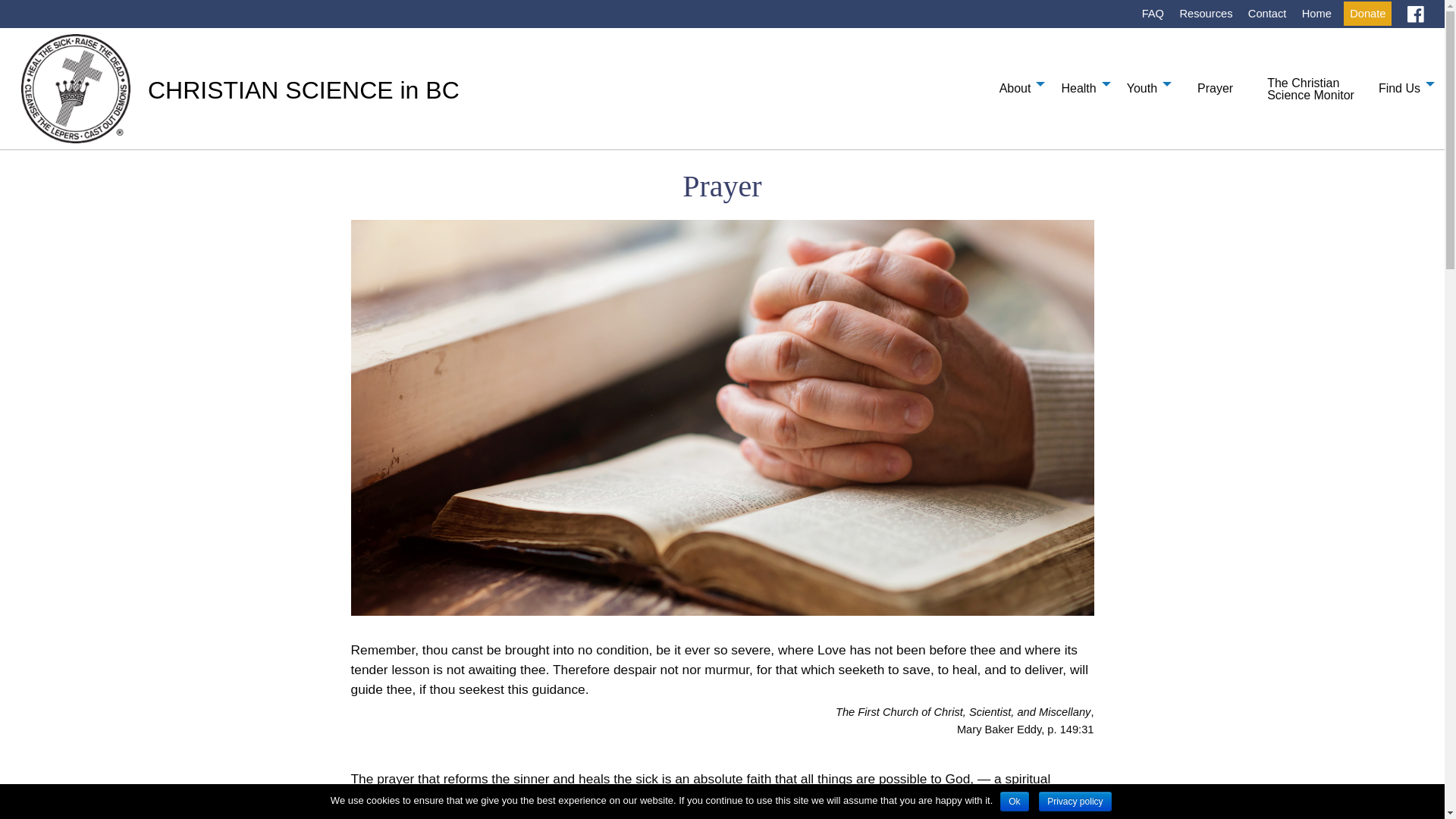  I want to click on 'About', so click(1018, 83).